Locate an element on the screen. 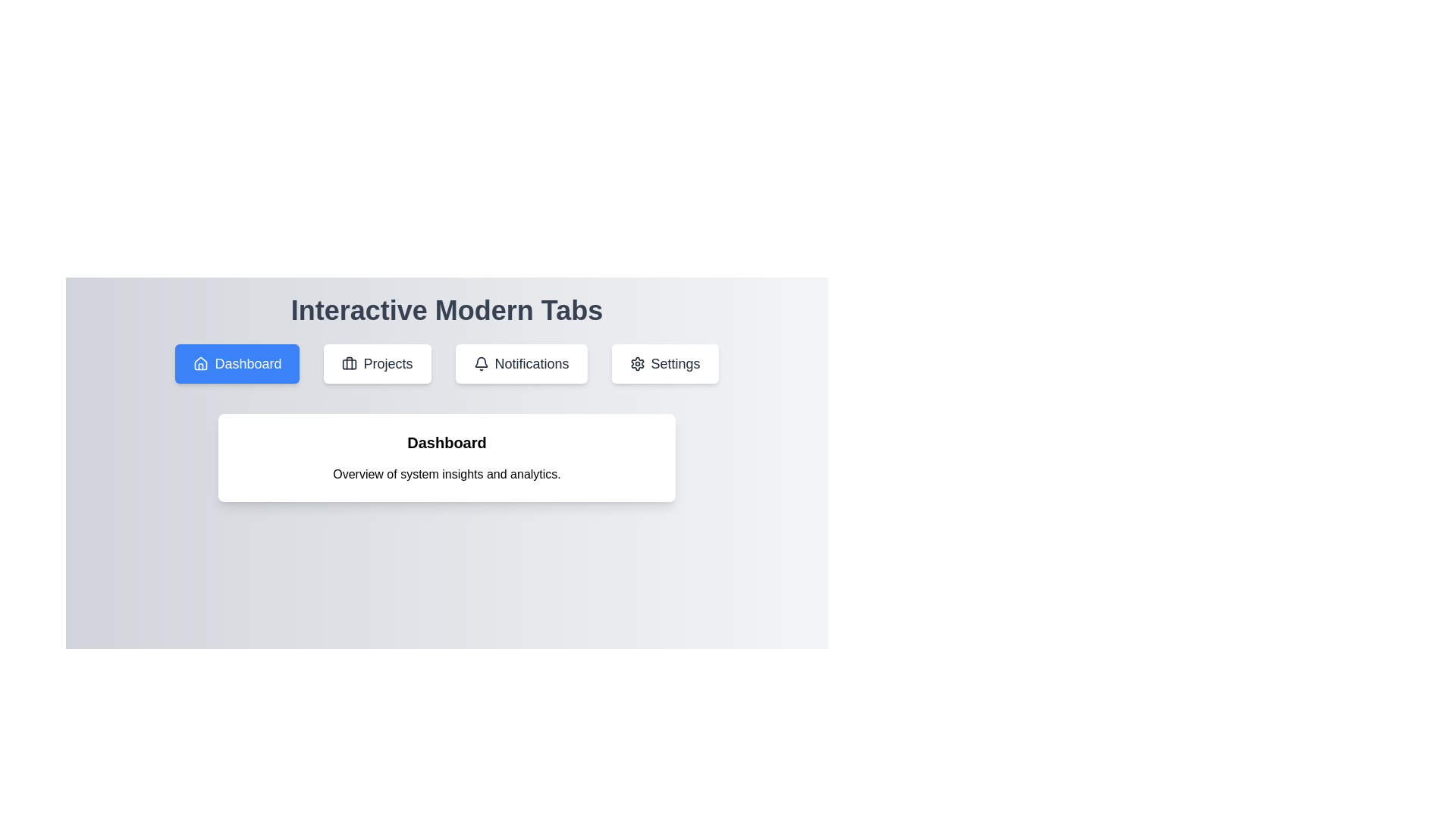 This screenshot has height=819, width=1456. the house-shaped icon with a simplistic outline, white color, and blue background, located to the left of the 'Dashboard' text is located at coordinates (200, 363).